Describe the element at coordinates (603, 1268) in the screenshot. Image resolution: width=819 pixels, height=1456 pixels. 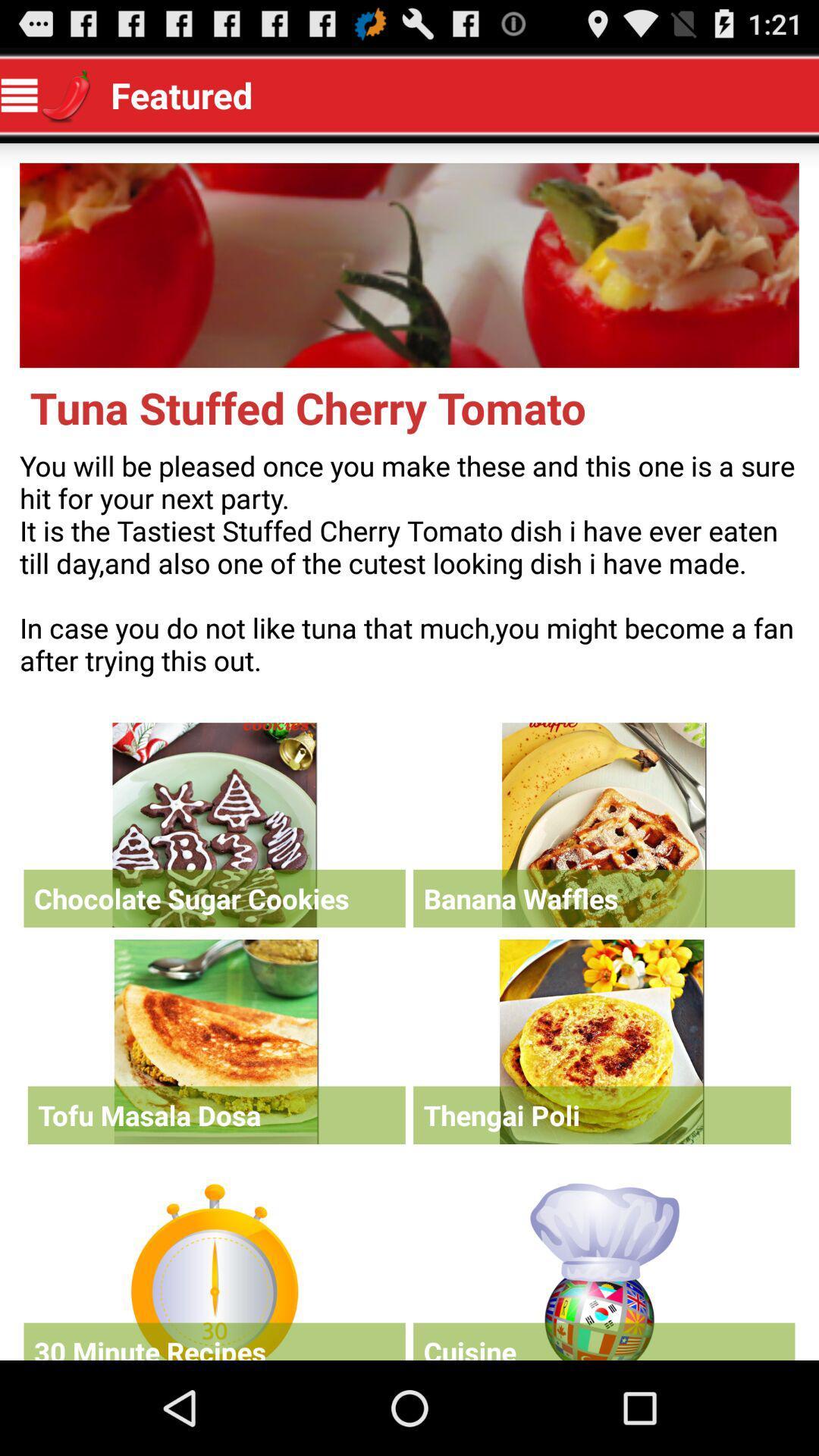
I see `recipe category` at that location.